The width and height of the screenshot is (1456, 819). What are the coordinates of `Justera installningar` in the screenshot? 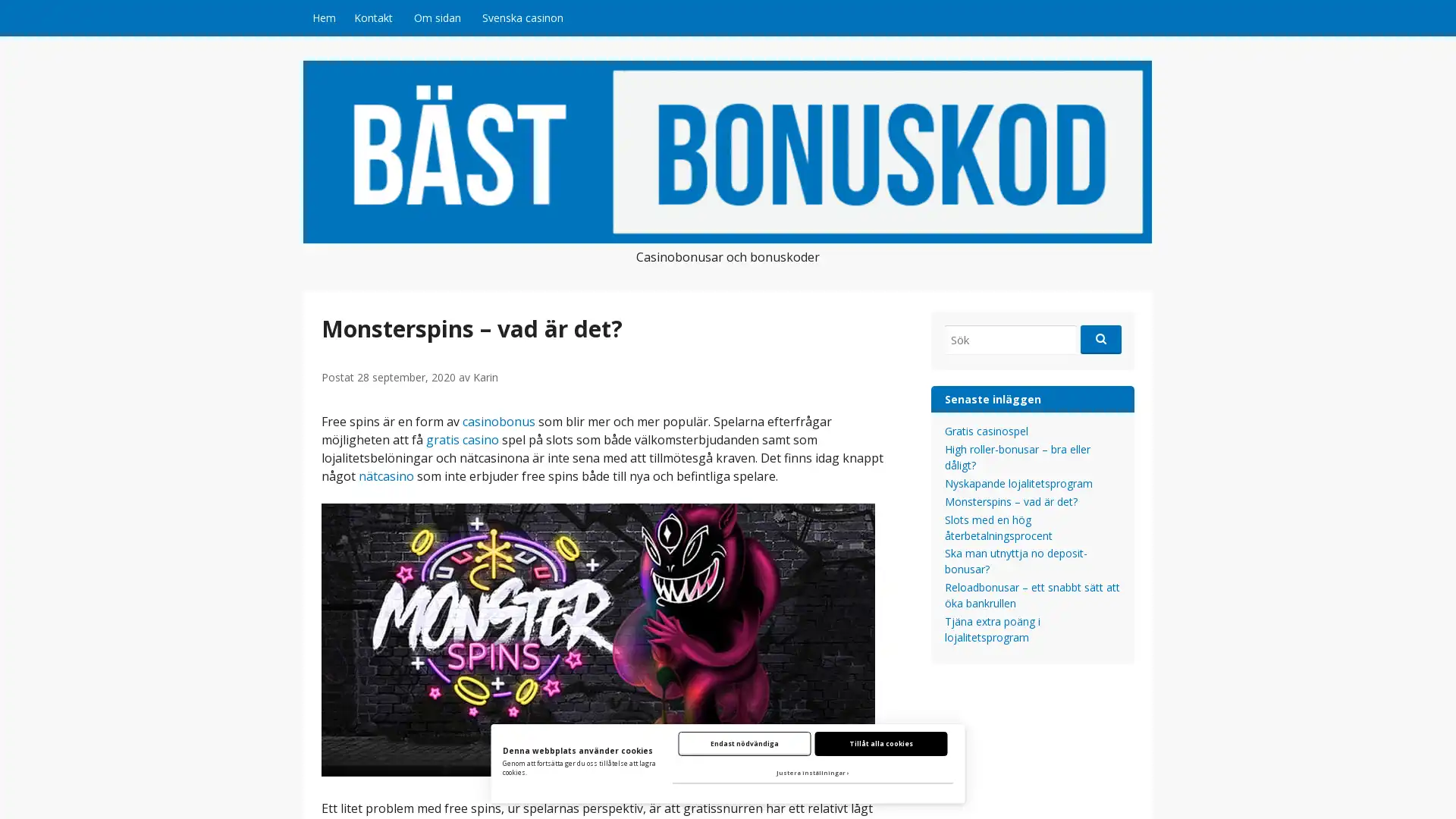 It's located at (811, 773).